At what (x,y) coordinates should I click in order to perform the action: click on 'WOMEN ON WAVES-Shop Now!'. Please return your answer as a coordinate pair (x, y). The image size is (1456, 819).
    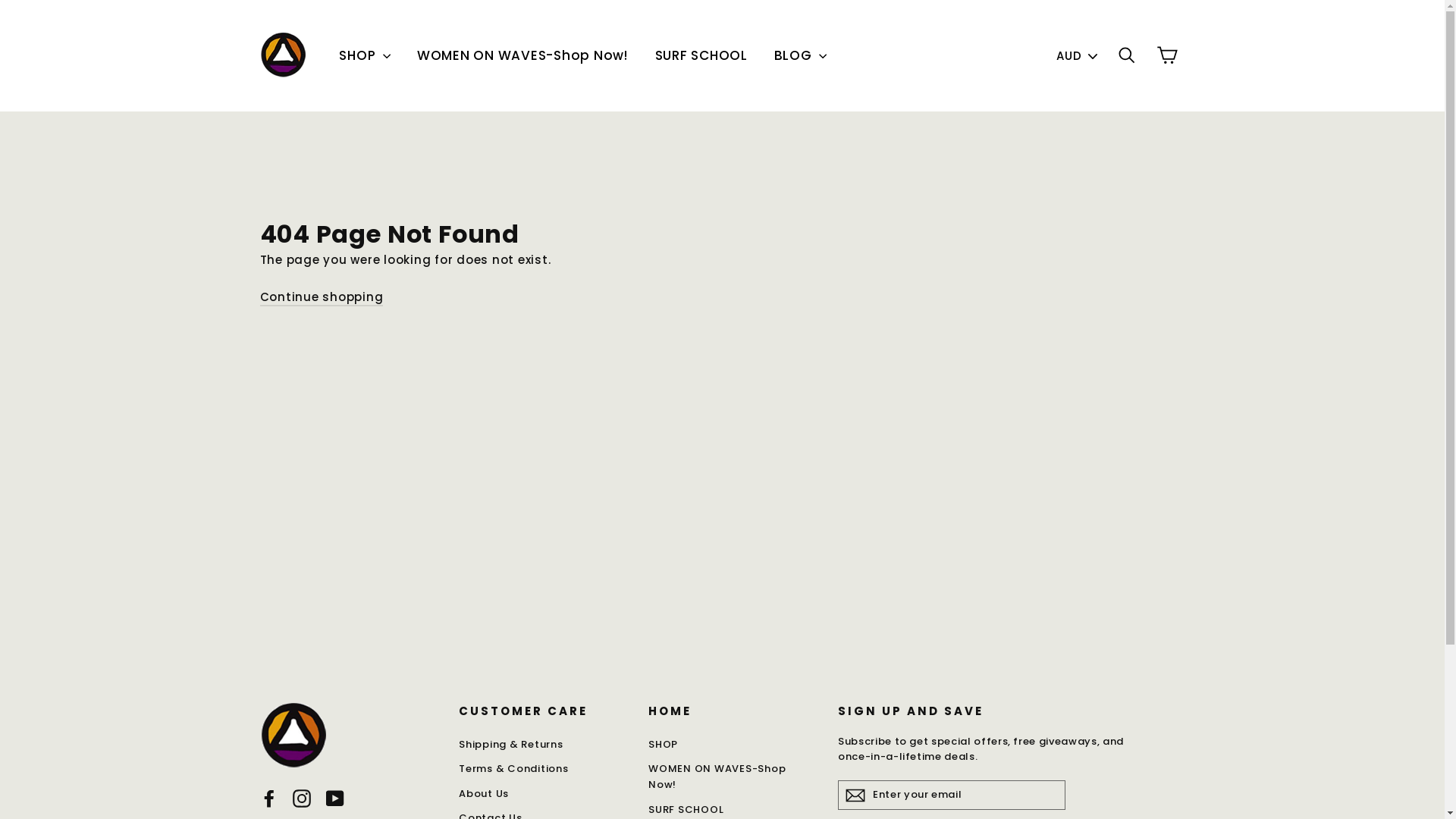
    Looking at the image, I should click on (731, 777).